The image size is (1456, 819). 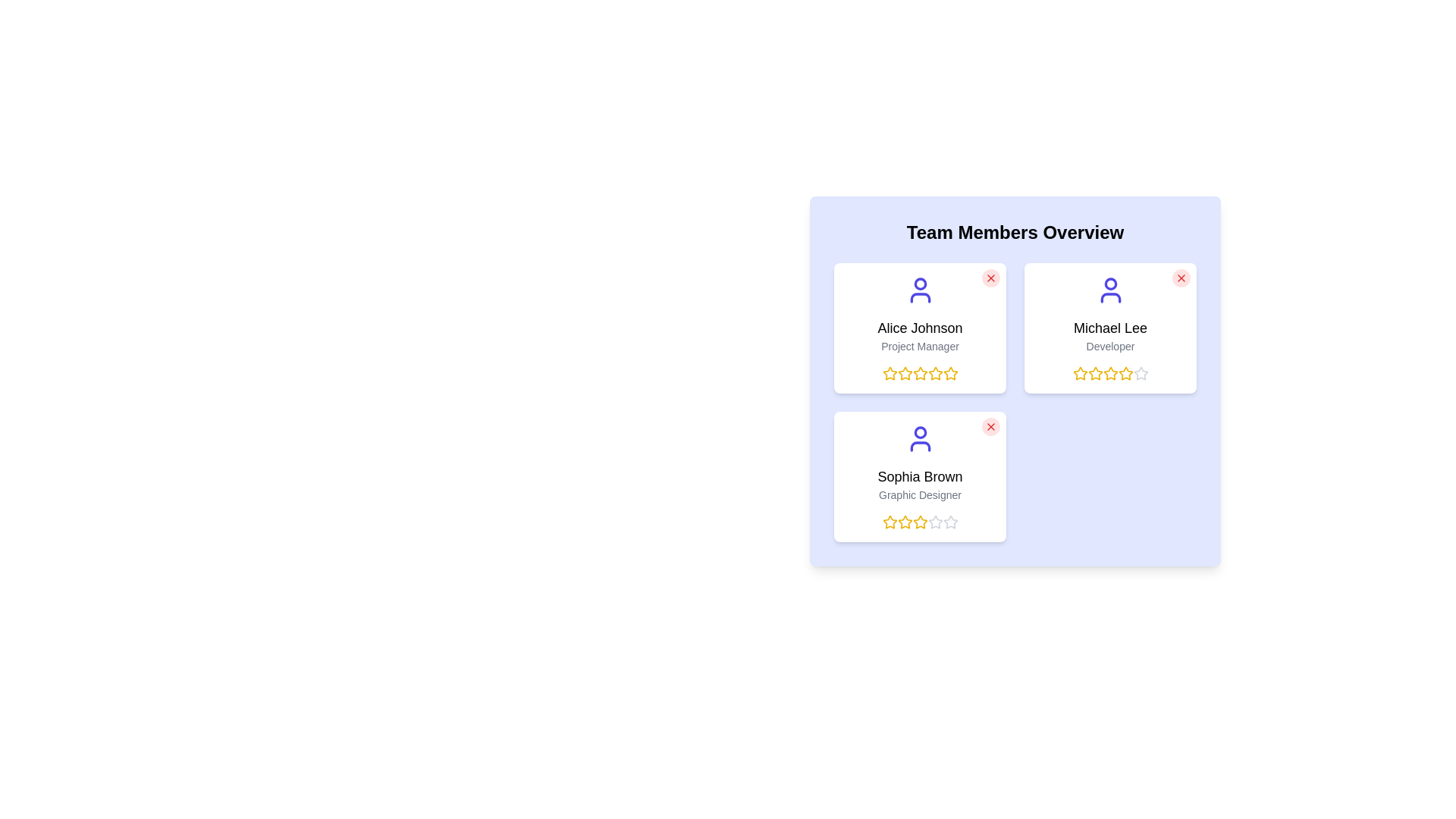 I want to click on the grid layout of team member cards, so click(x=1015, y=380).